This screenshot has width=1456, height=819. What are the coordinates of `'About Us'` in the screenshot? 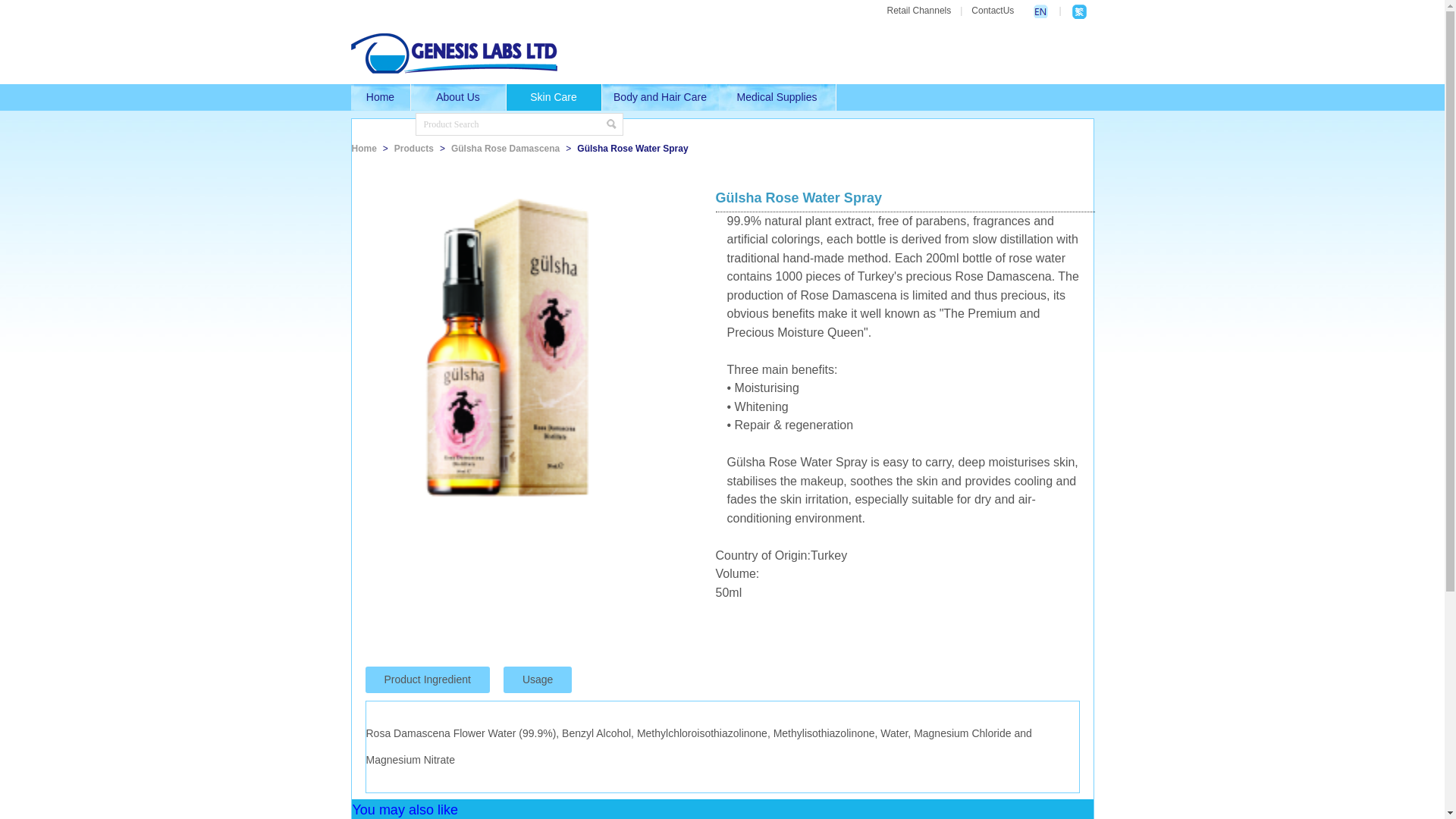 It's located at (411, 97).